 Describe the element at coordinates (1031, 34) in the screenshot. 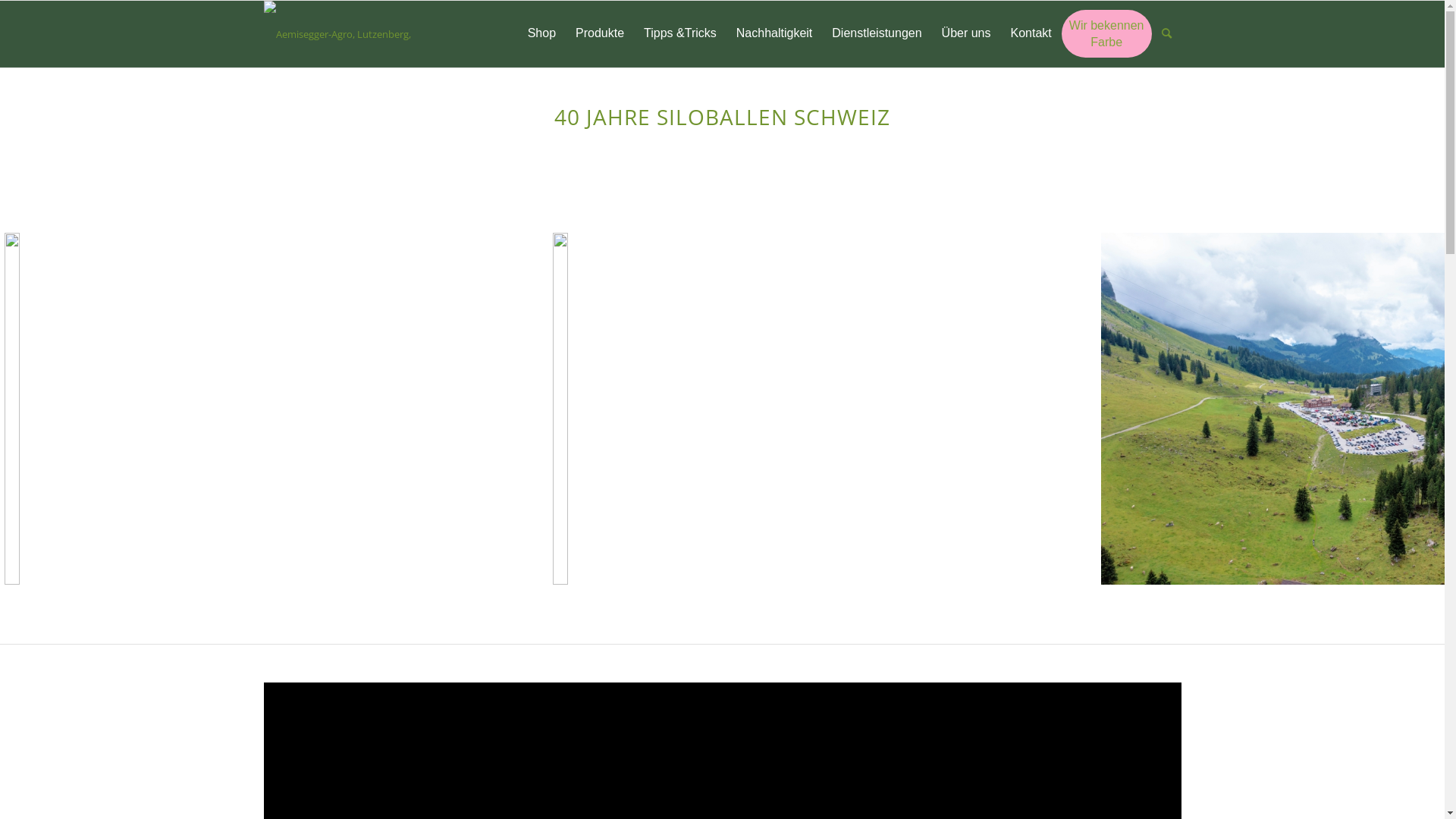

I see `'Kontakt'` at that location.